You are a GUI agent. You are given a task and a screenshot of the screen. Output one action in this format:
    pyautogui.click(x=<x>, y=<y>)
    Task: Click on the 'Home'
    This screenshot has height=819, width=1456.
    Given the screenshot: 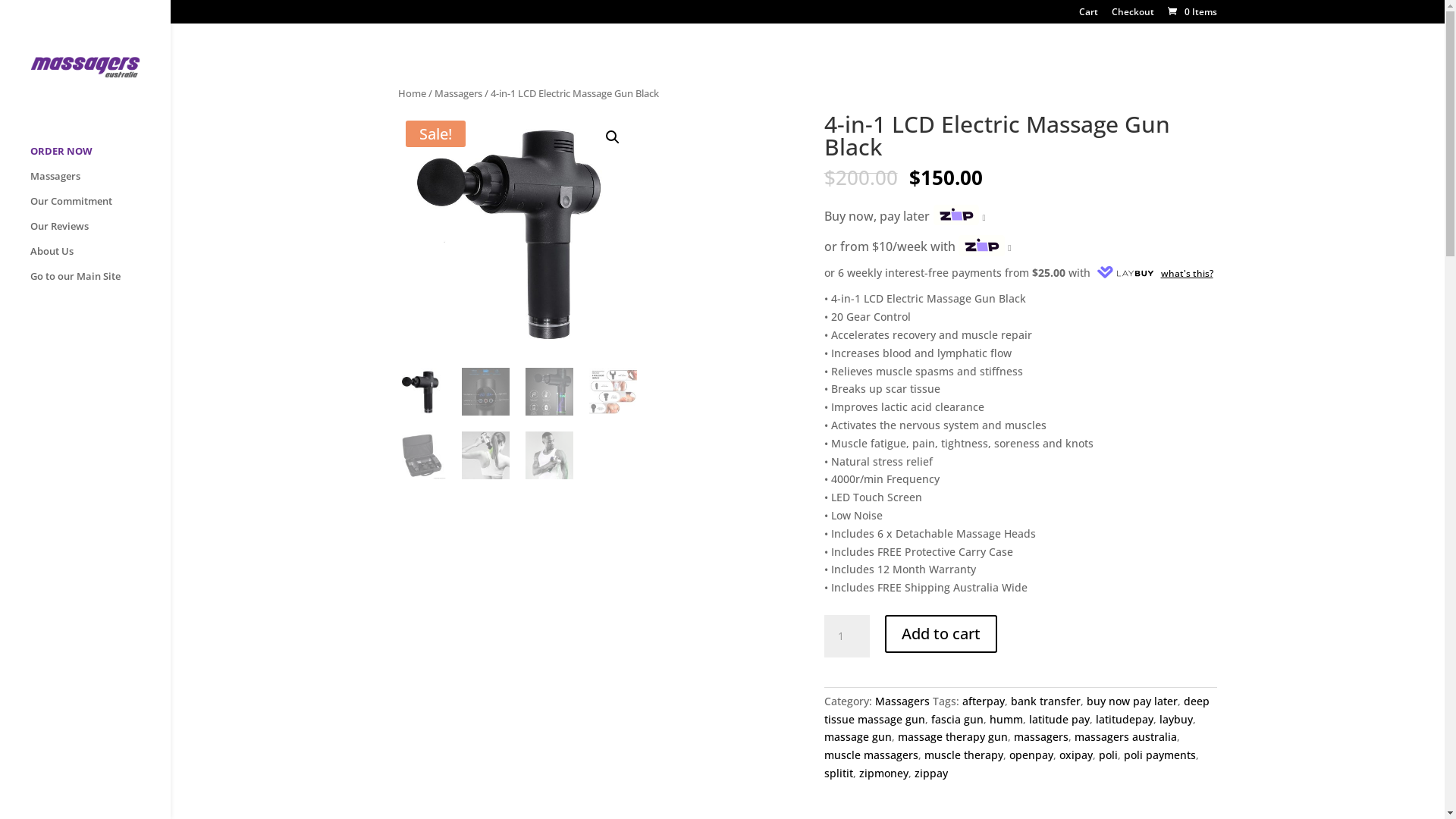 What is the action you would take?
    pyautogui.click(x=412, y=93)
    